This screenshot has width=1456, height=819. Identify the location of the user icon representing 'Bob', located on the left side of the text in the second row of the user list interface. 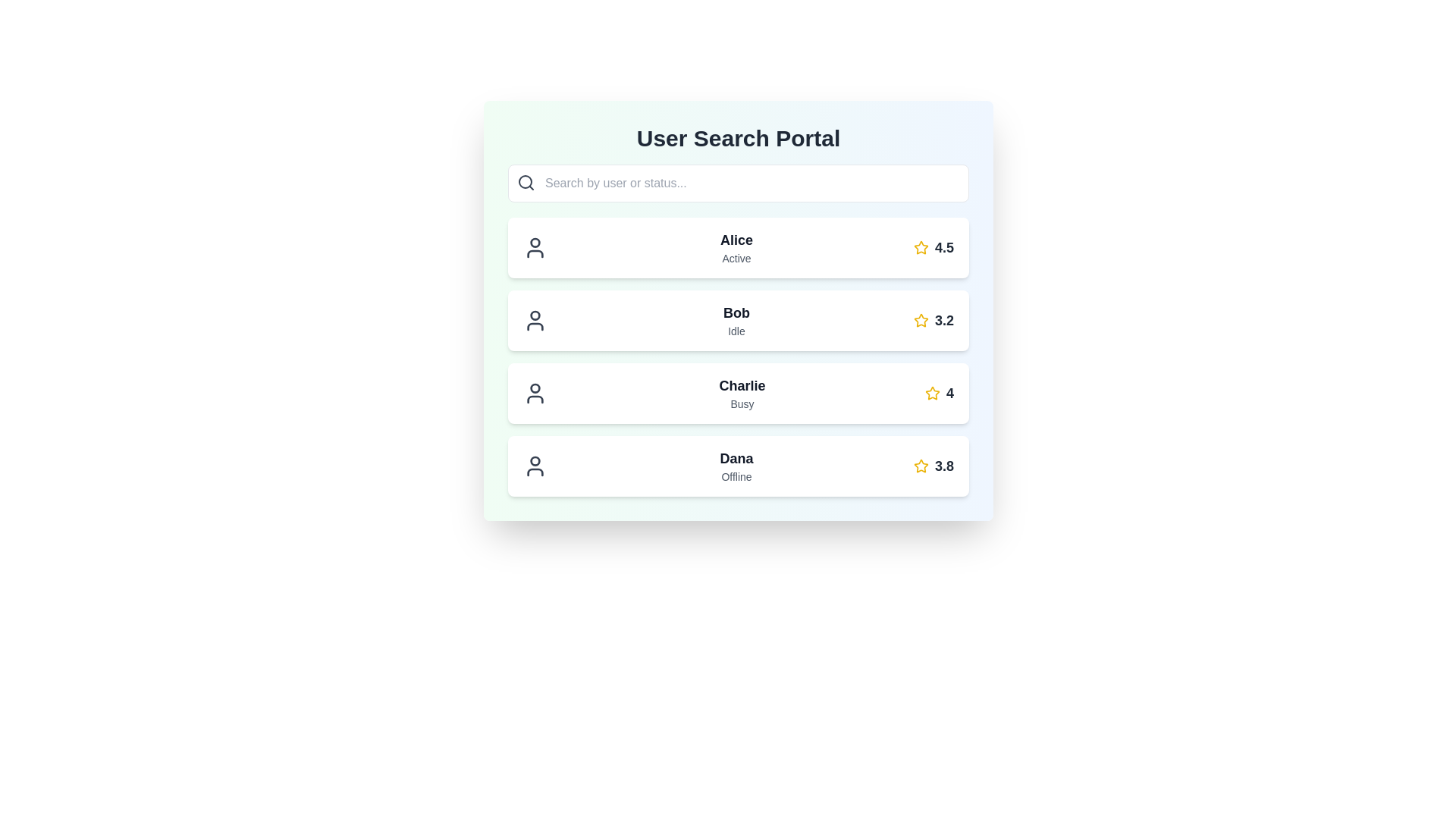
(535, 320).